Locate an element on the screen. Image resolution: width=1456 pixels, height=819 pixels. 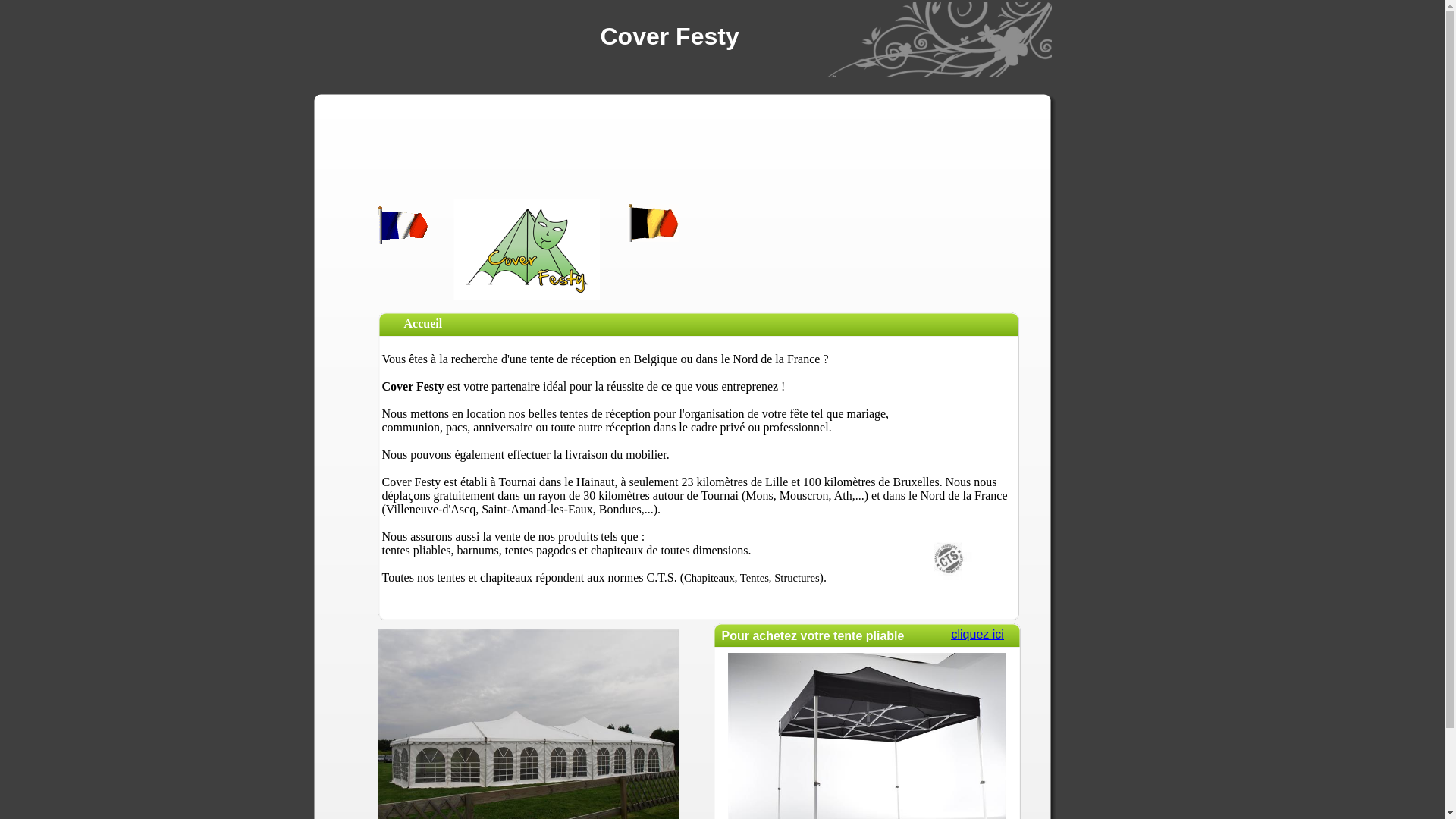
'cliquez ici' is located at coordinates (949, 634).